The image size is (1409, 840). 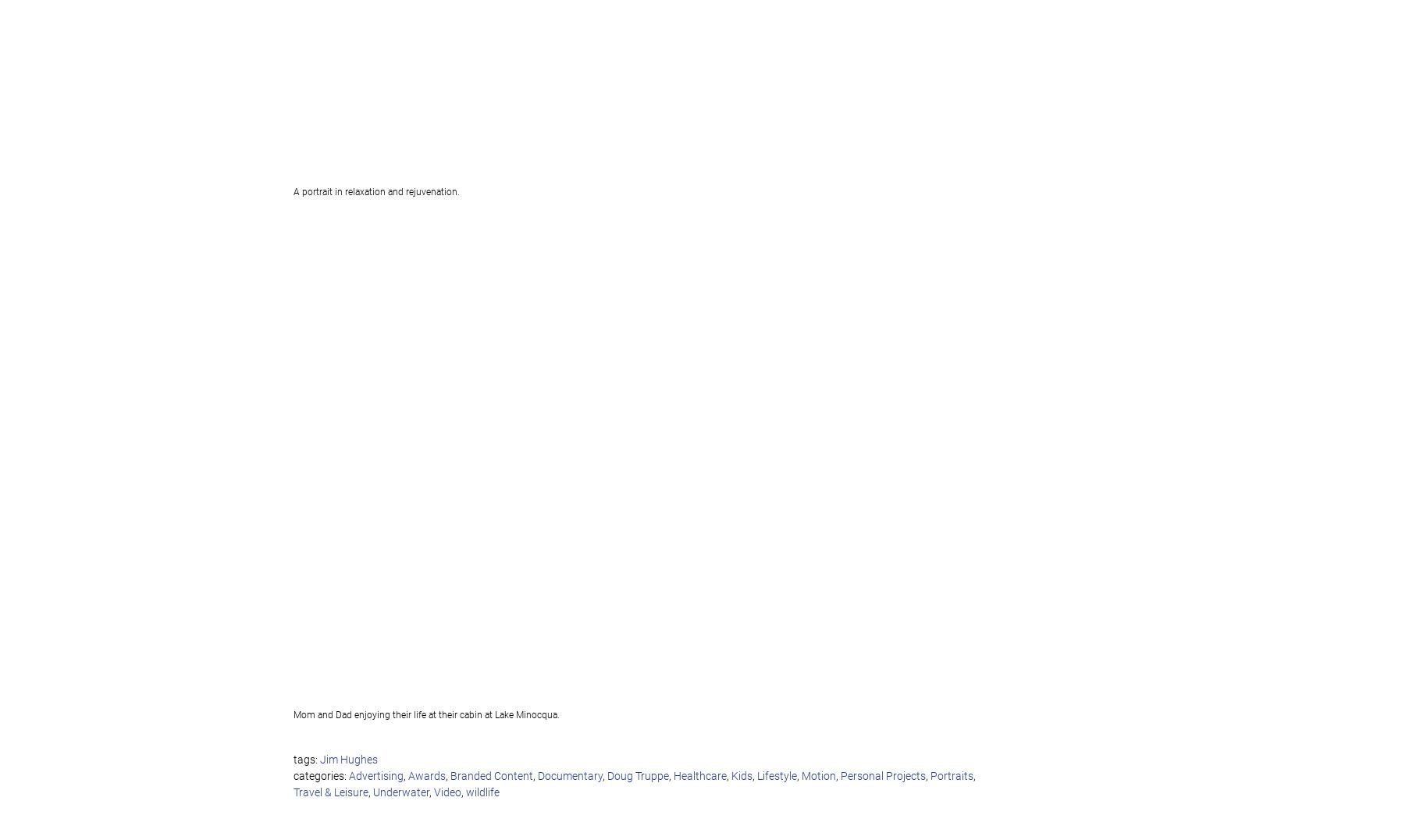 I want to click on 'Jim Hughes', so click(x=347, y=760).